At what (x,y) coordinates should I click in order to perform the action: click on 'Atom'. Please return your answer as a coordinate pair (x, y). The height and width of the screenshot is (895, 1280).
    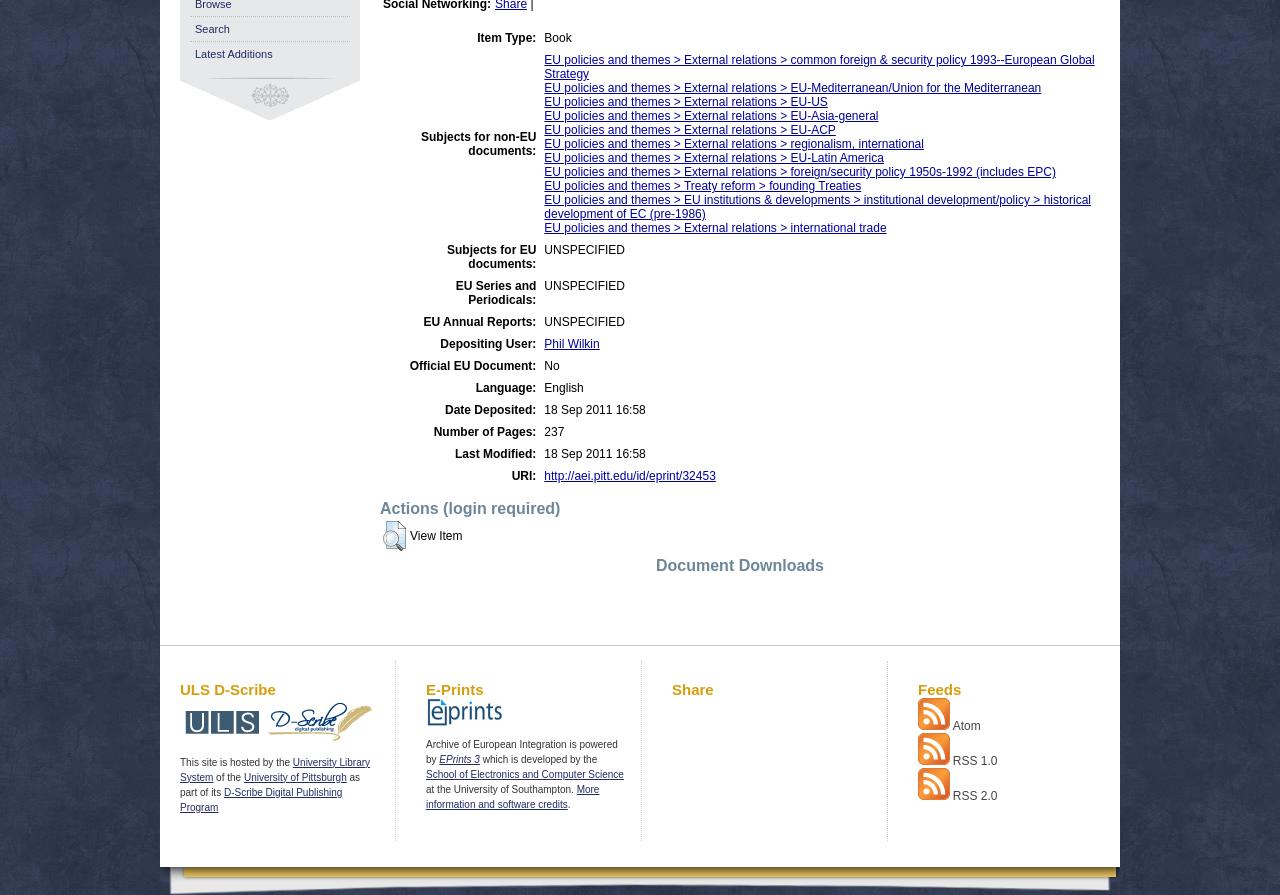
    Looking at the image, I should click on (966, 724).